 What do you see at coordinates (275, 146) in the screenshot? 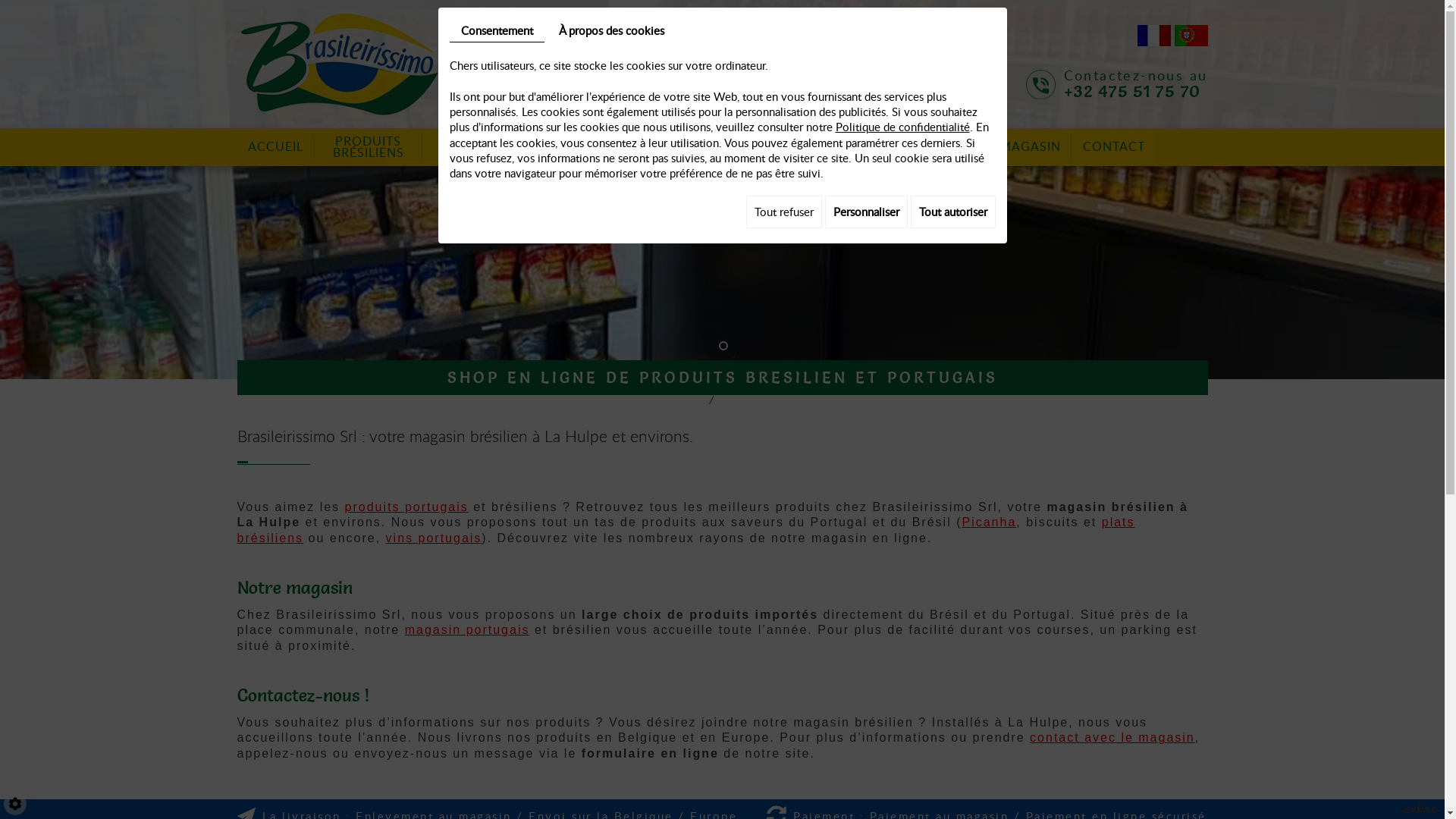
I see `'ACCUEIL'` at bounding box center [275, 146].